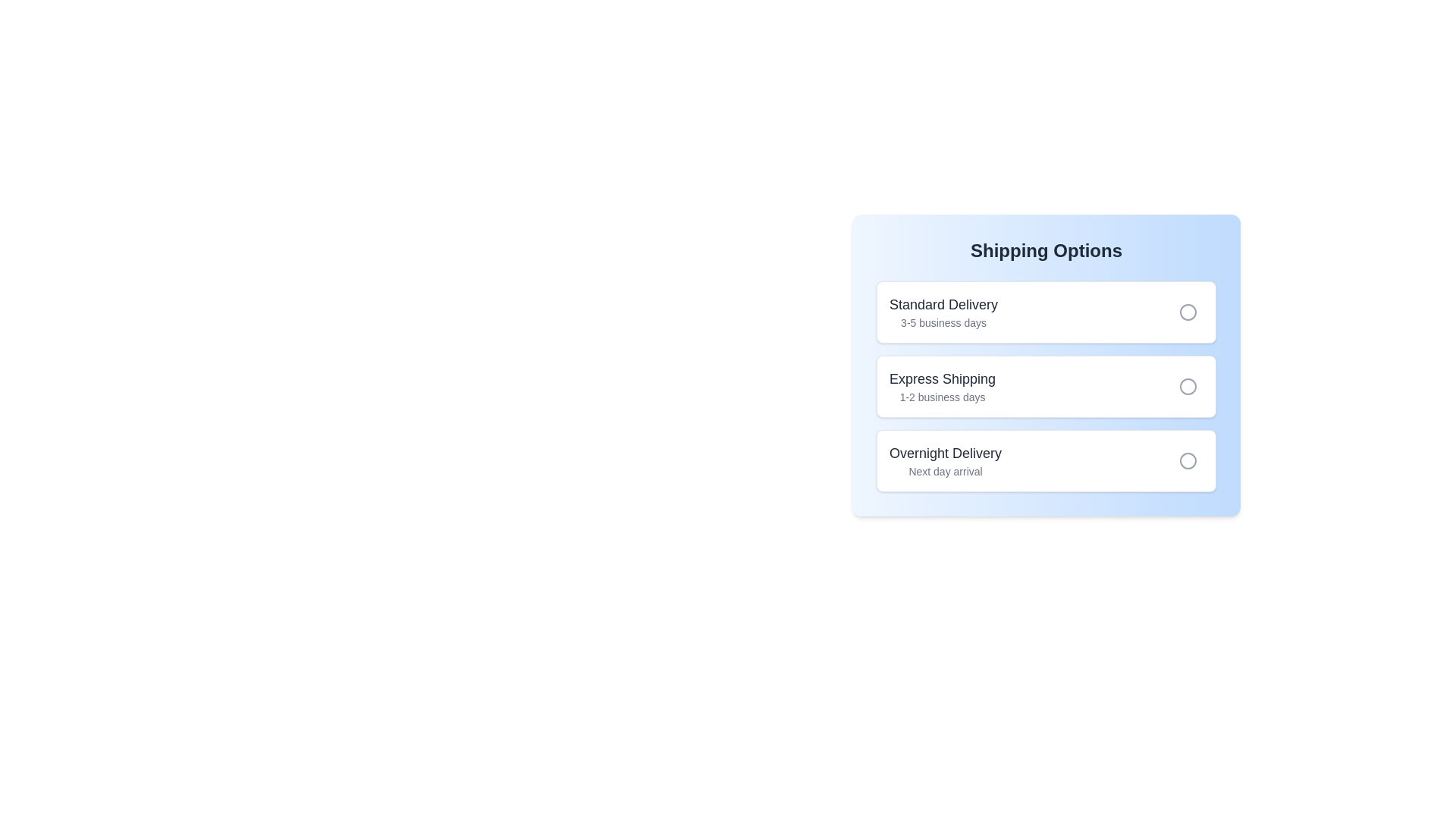 The width and height of the screenshot is (1456, 819). I want to click on the circular selection indicator on the 'Express Shipping' option in the list to choose this shipping method, so click(1046, 385).